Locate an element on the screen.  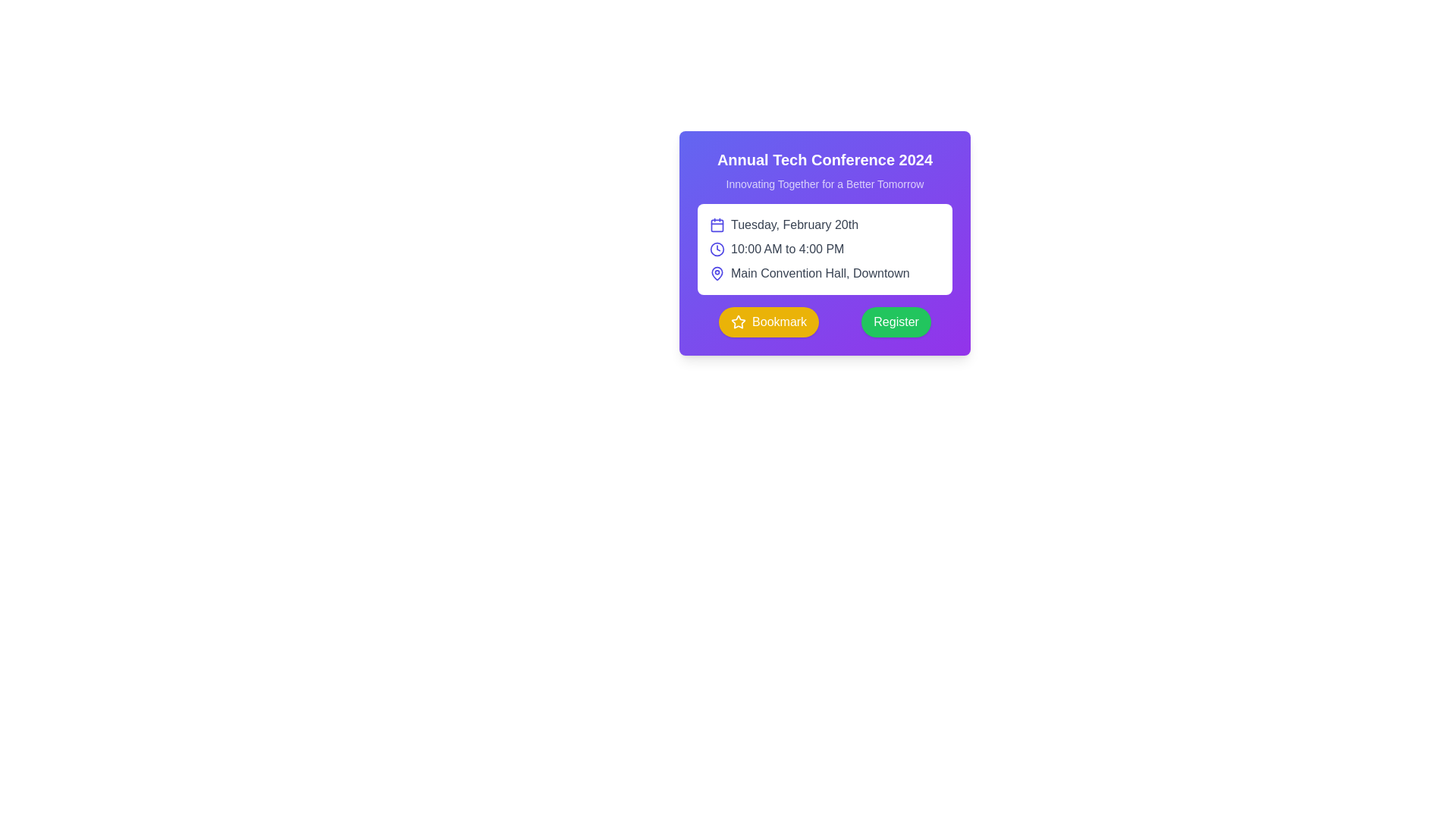
the small rectangular shape with rounded corners that is part of the SVG calendar icon, located in the top-left section of the details card adjacent to the text 'Tuesday, February 20th.' is located at coordinates (716, 225).